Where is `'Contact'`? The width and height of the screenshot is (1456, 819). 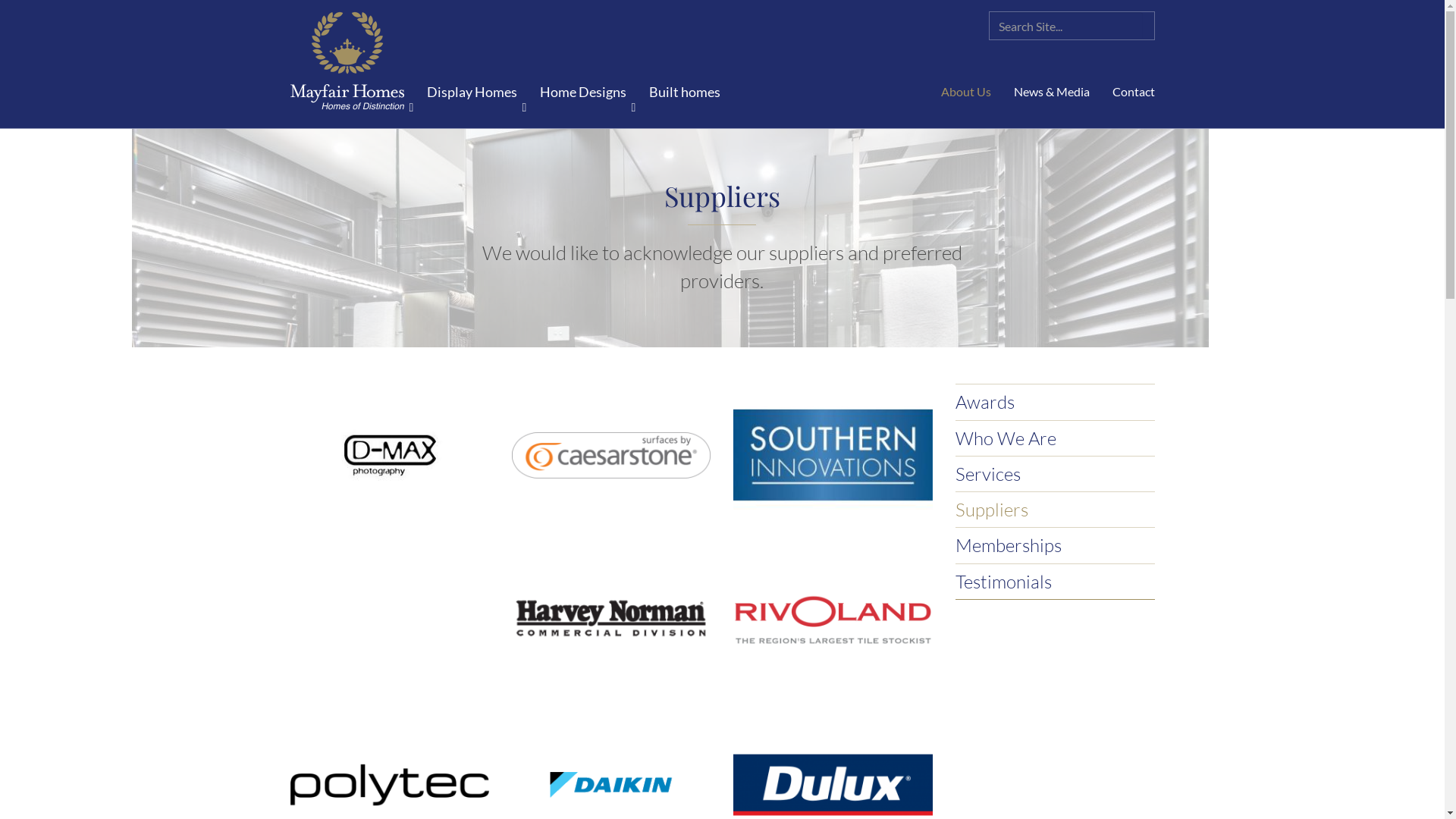
'Contact' is located at coordinates (1128, 91).